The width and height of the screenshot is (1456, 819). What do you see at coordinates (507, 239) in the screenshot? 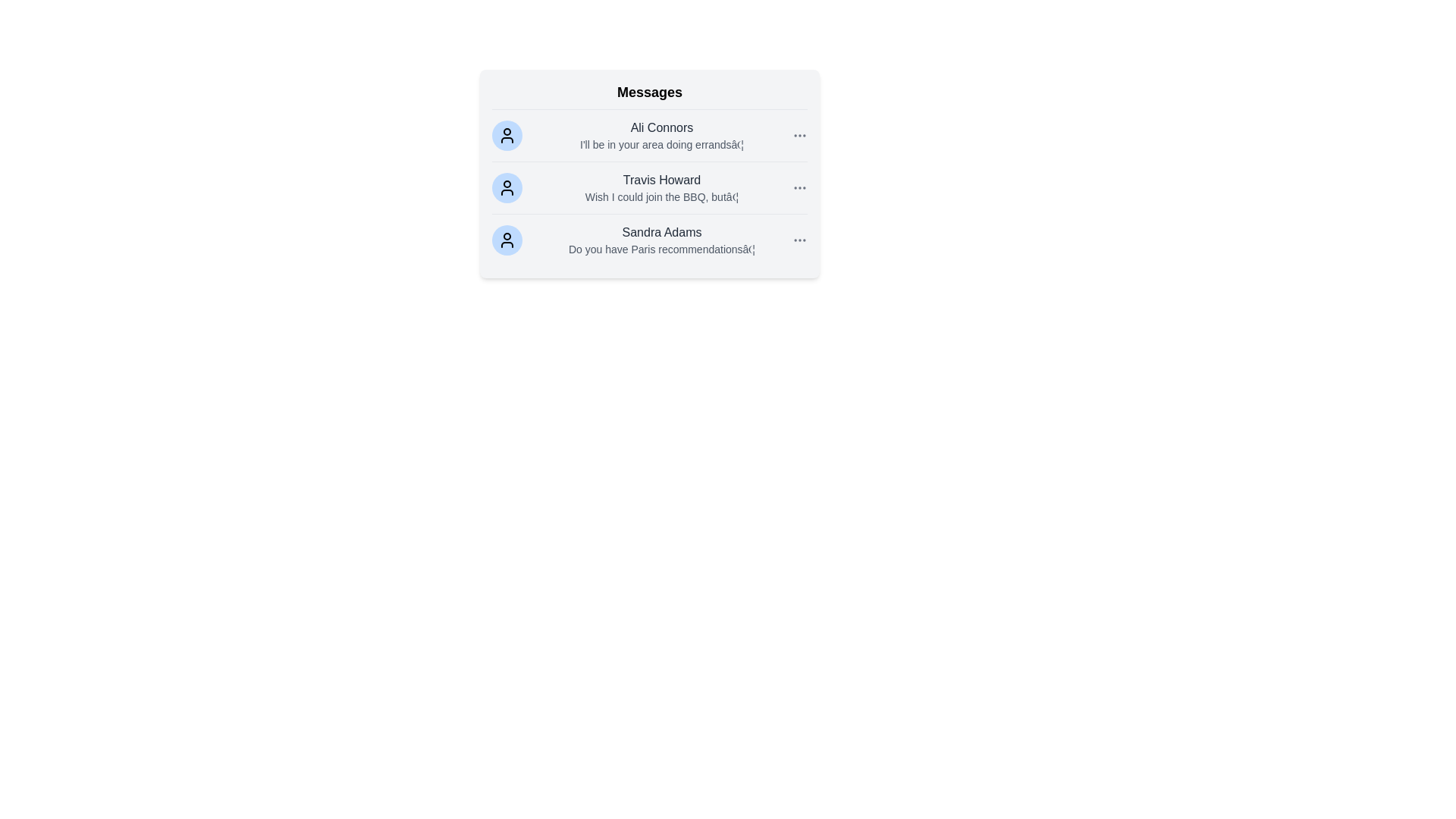
I see `the user profile icon, which is a circular icon with a black stroke representing a person, located in the third row of a list inside a card, next to the name 'Sandra Adams'` at bounding box center [507, 239].